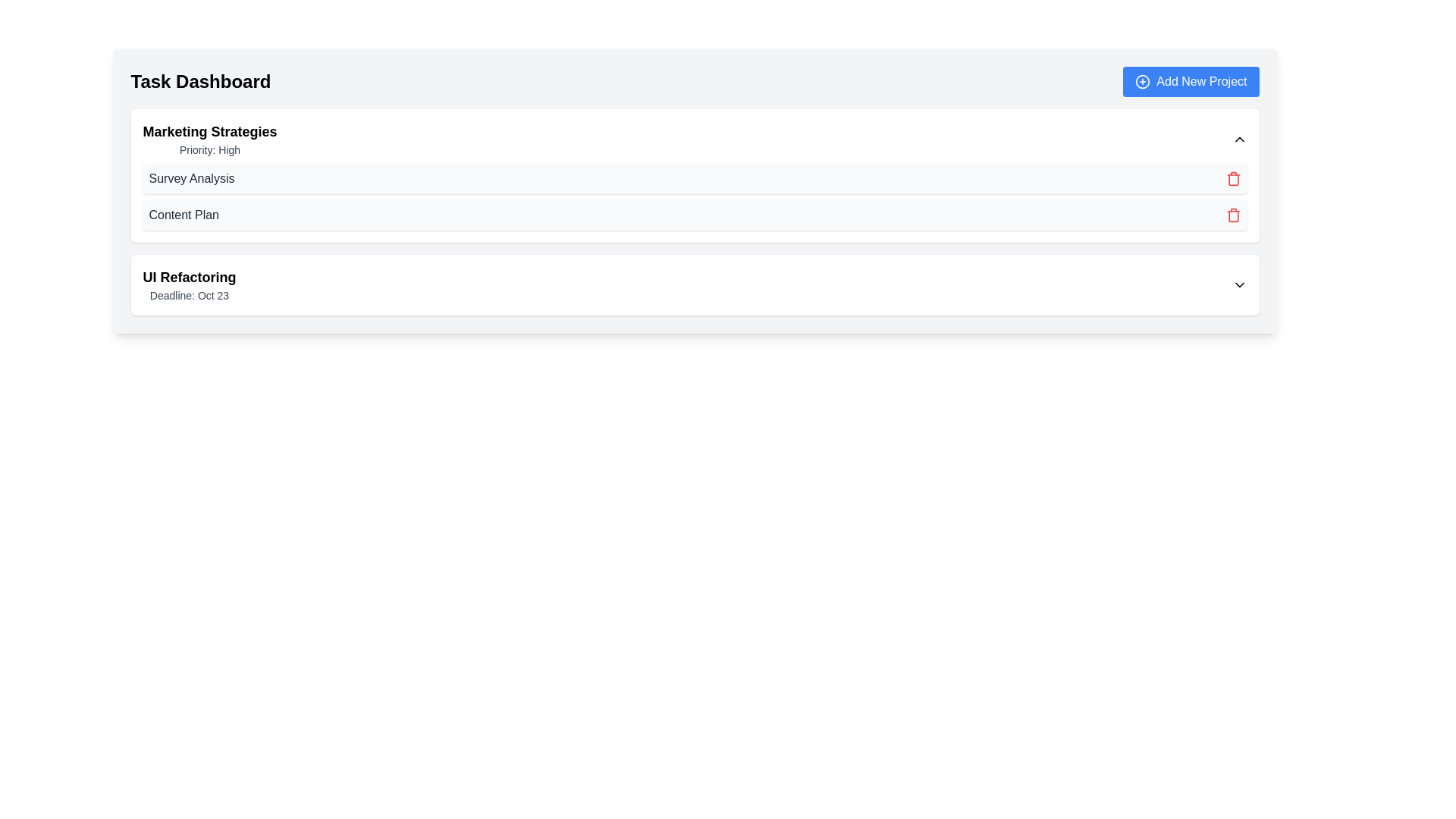 The height and width of the screenshot is (819, 1456). Describe the element at coordinates (188, 284) in the screenshot. I see `displayed text of the task item label showing 'UI Refactoring' and its deadline 'Oct 23', located under the 'Marketing Strategies' section` at that location.